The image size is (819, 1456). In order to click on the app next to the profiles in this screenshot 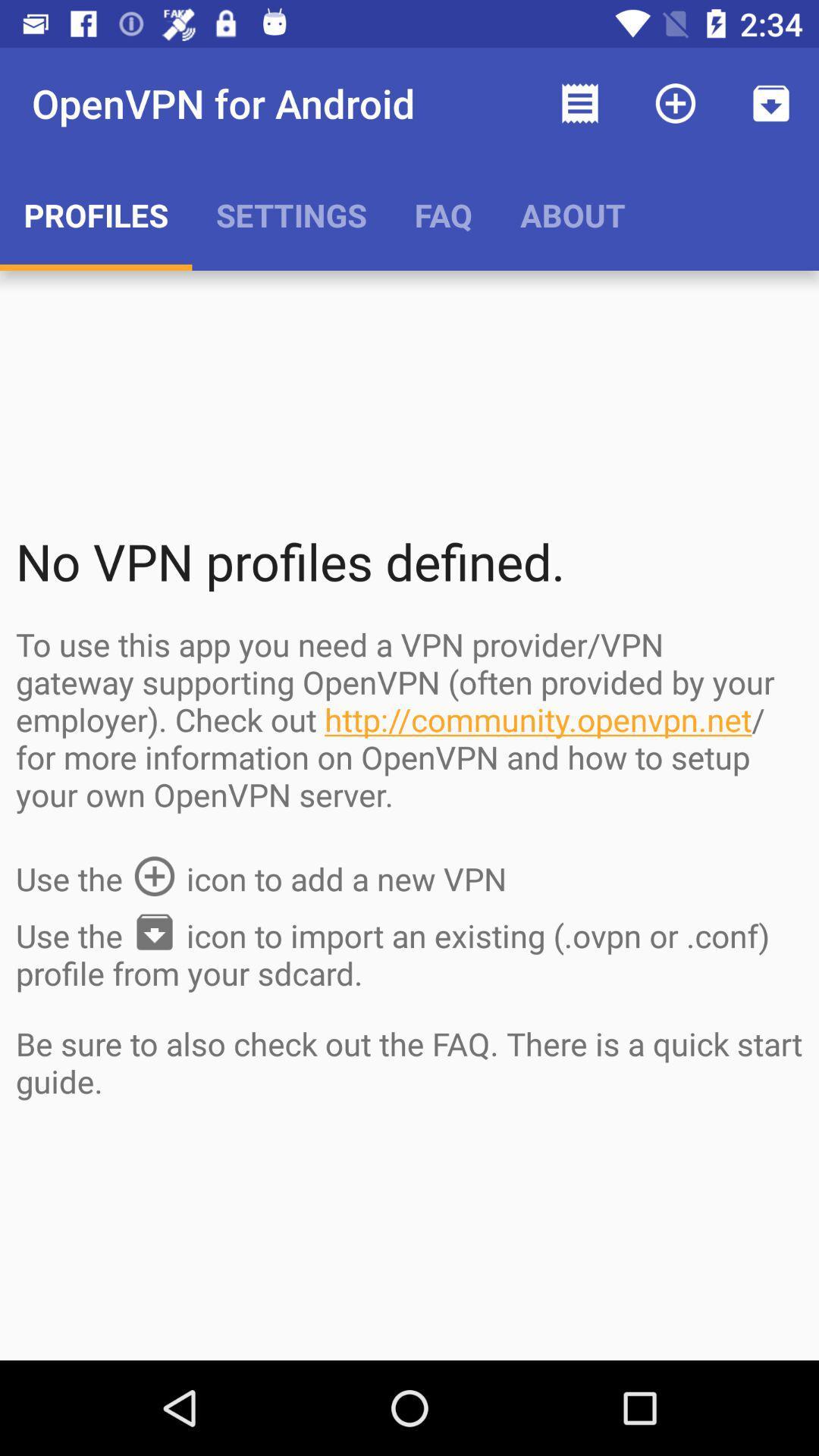, I will do `click(291, 214)`.